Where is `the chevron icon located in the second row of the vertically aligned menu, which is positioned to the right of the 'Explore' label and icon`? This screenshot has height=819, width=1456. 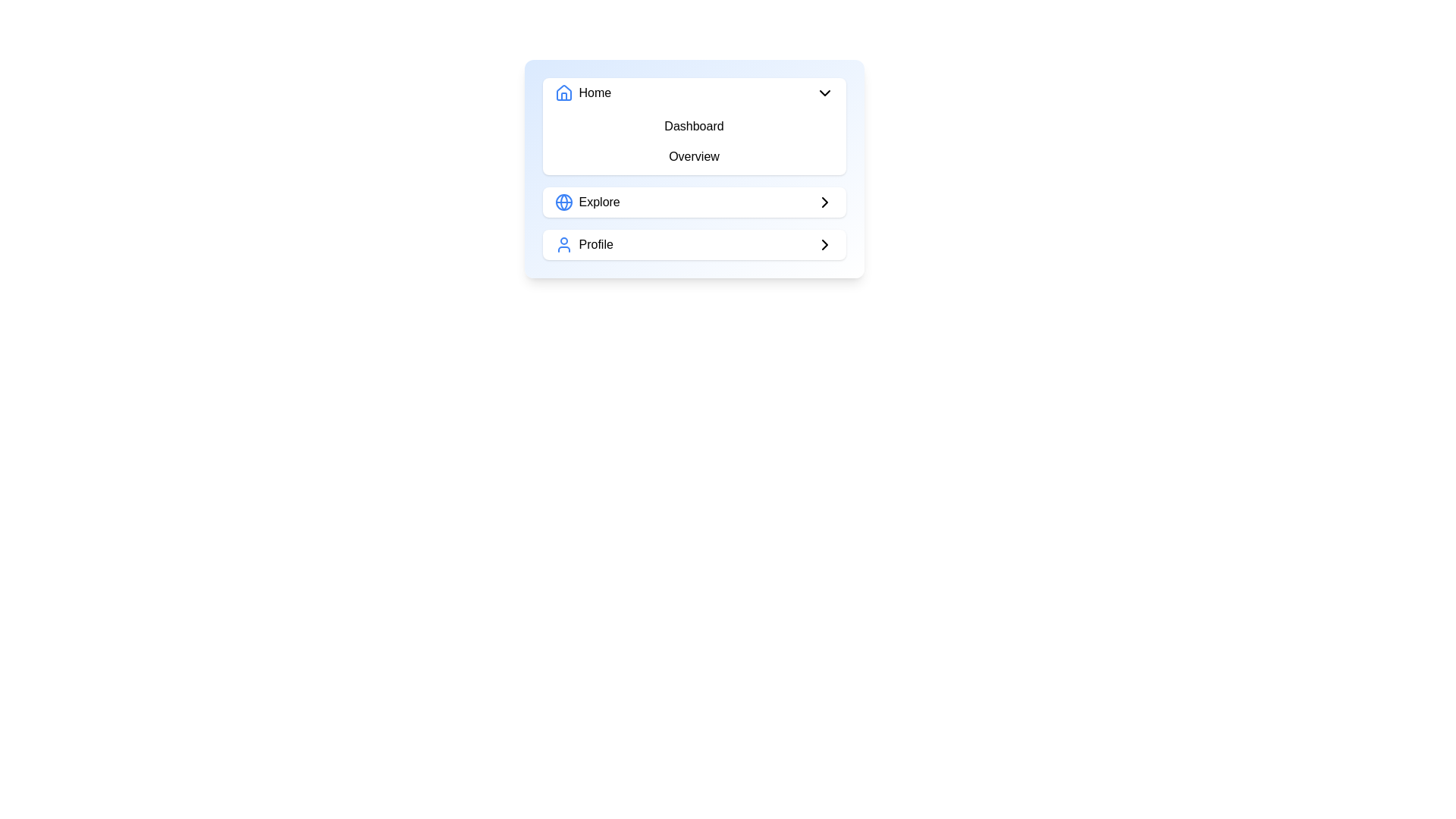 the chevron icon located in the second row of the vertically aligned menu, which is positioned to the right of the 'Explore' label and icon is located at coordinates (824, 244).